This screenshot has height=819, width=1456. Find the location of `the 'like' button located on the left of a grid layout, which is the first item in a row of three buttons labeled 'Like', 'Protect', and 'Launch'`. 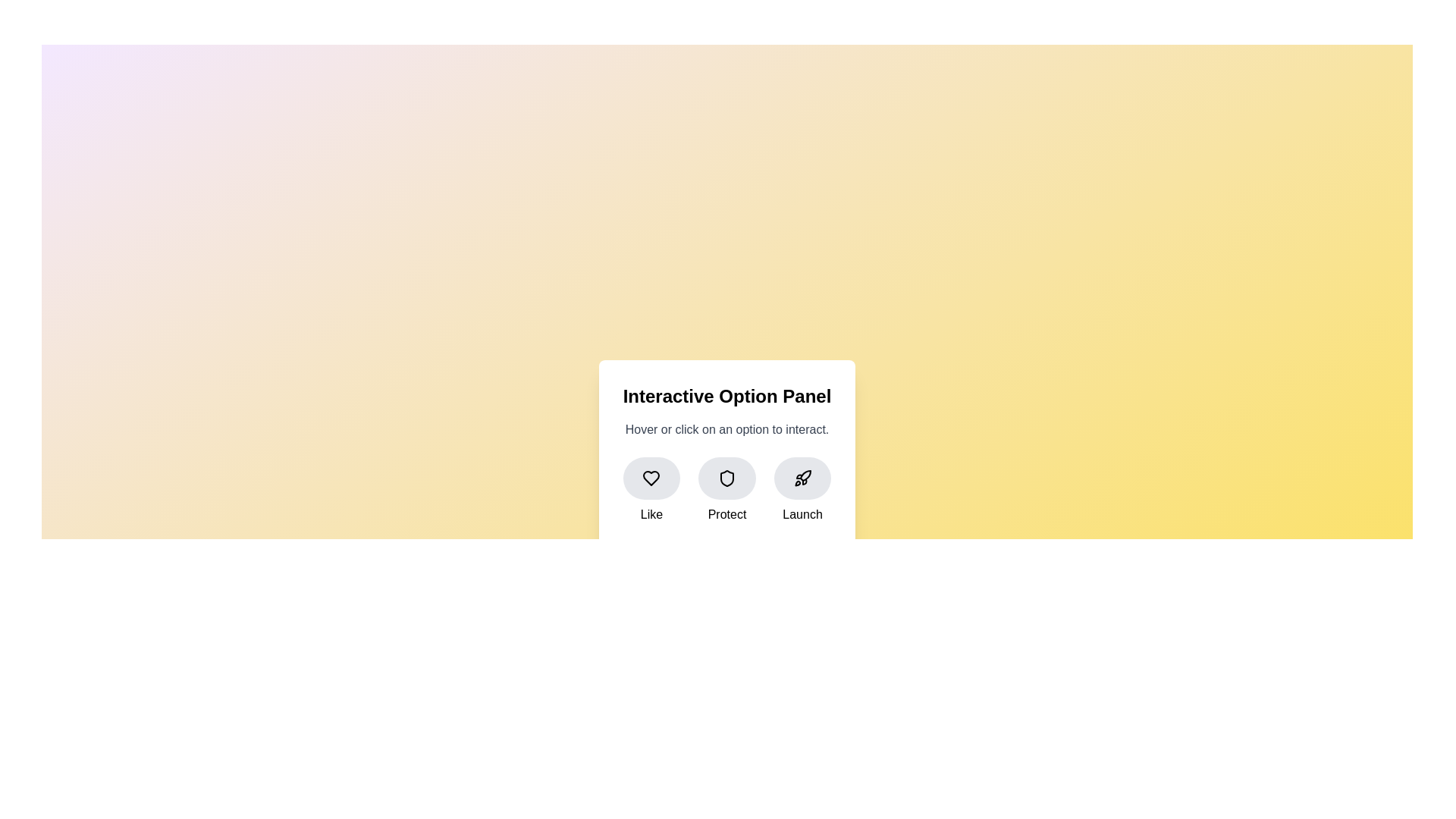

the 'like' button located on the left of a grid layout, which is the first item in a row of three buttons labeled 'Like', 'Protect', and 'Launch' is located at coordinates (651, 491).